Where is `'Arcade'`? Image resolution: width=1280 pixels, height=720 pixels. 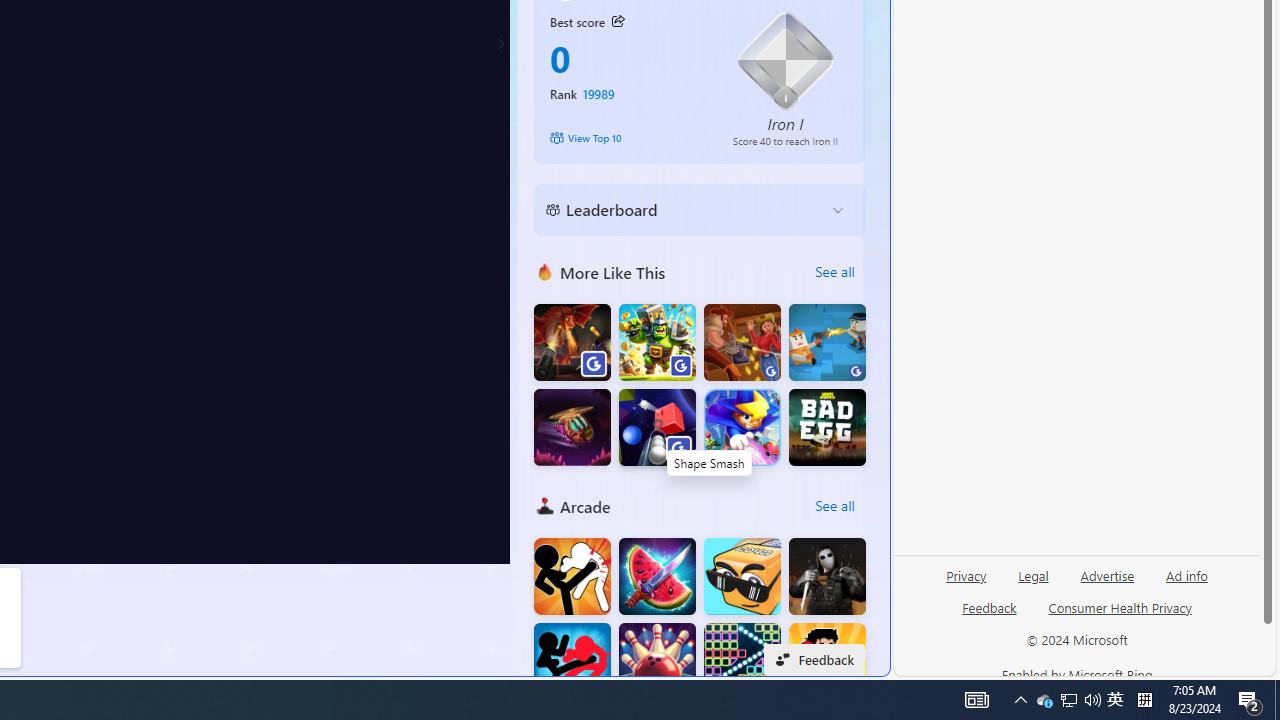
'Arcade' is located at coordinates (544, 505).